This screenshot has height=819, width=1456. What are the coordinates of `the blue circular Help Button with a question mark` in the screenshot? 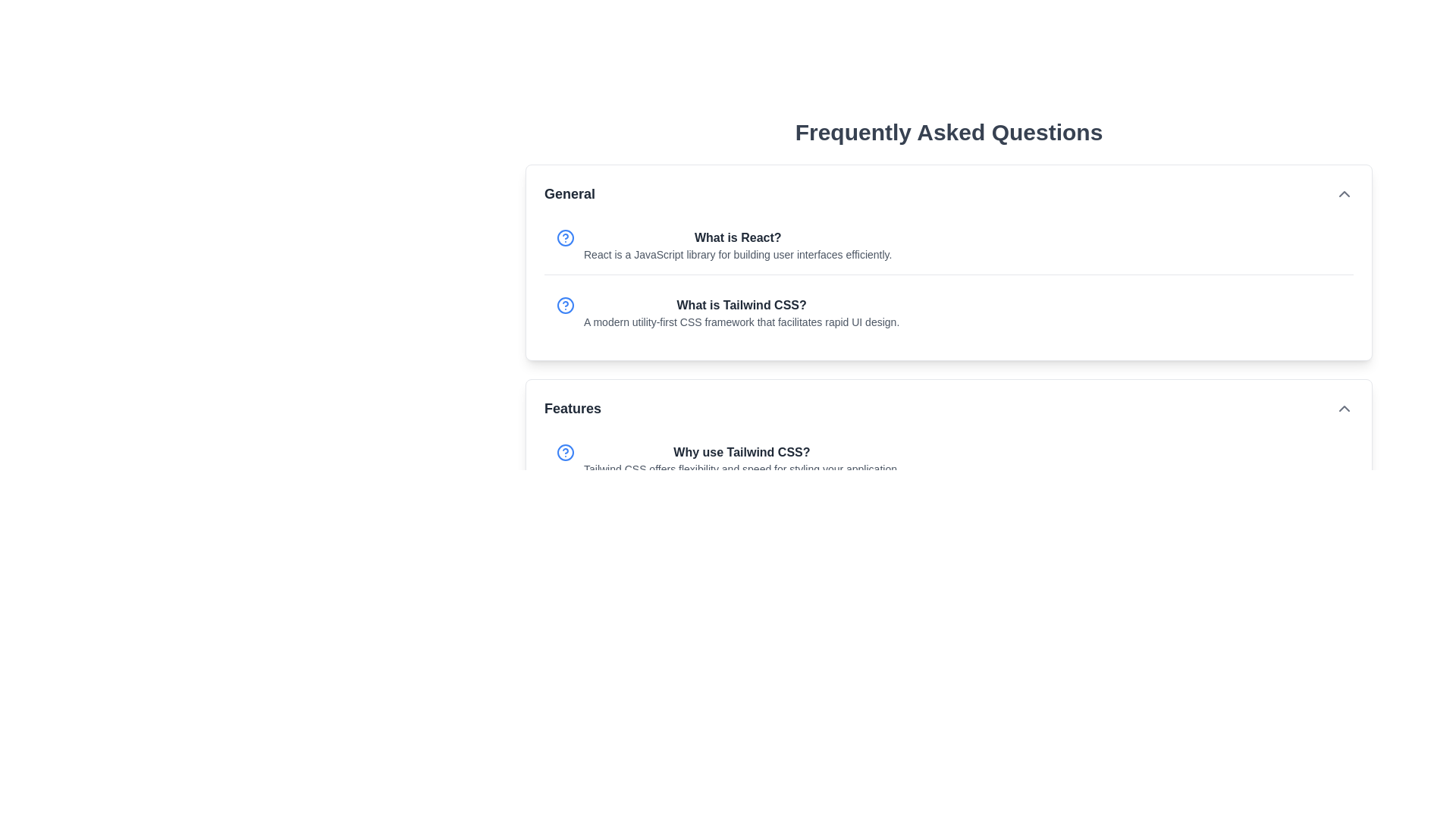 It's located at (564, 305).